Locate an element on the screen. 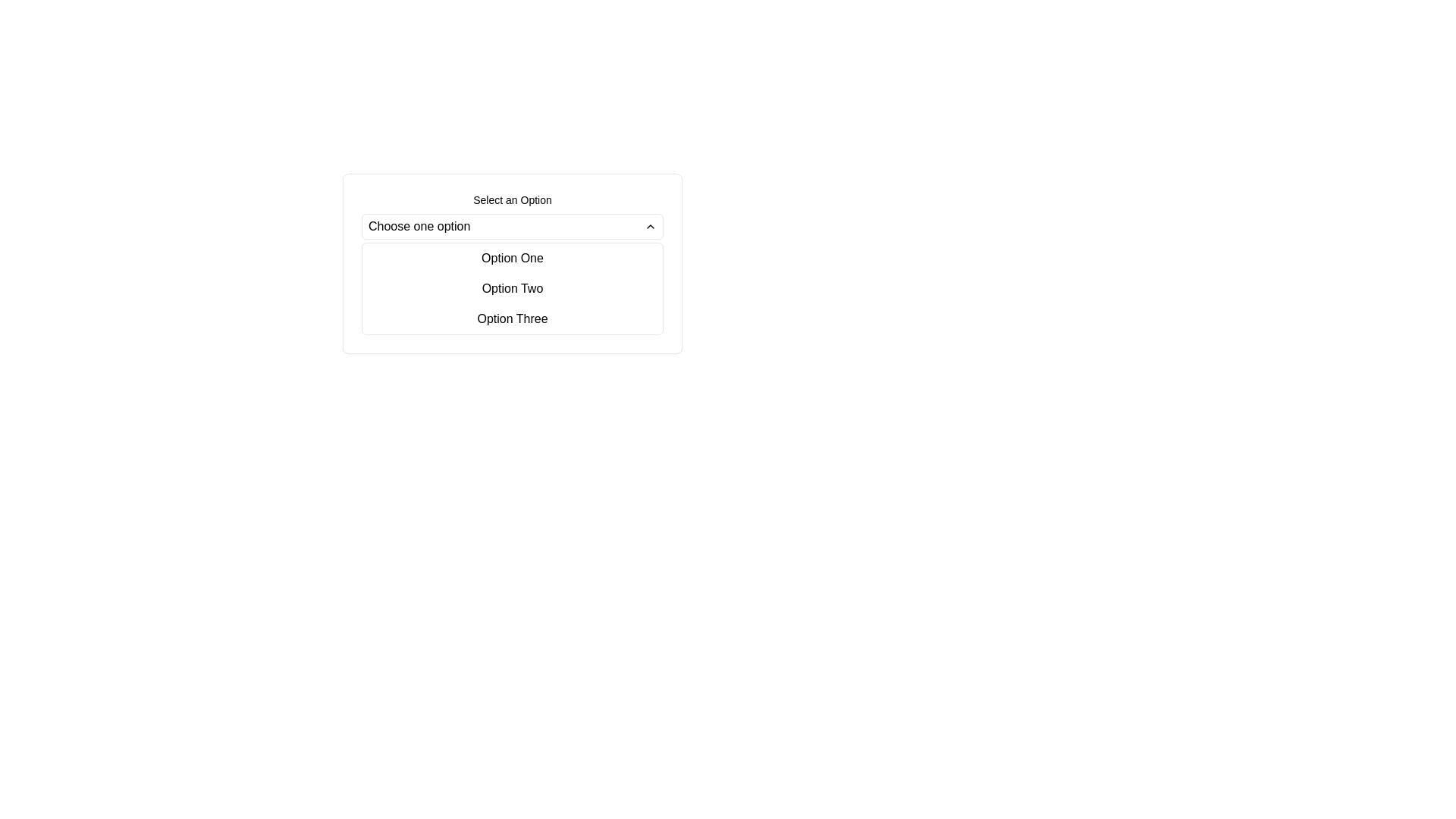 The height and width of the screenshot is (819, 1456). the third selectable option in the dropdown list located within a white rounded box, positioned directly below 'Option Two' is located at coordinates (513, 318).